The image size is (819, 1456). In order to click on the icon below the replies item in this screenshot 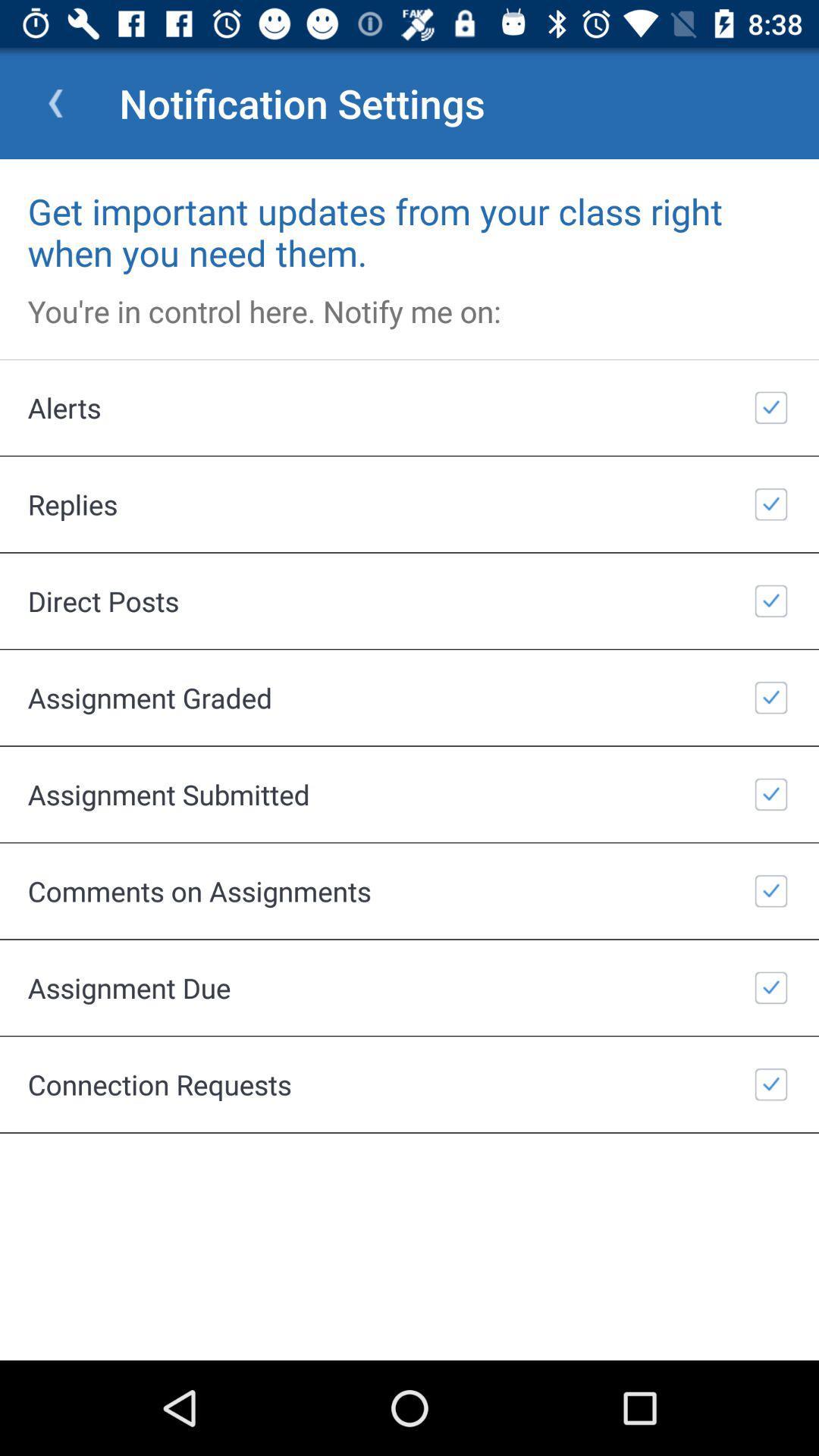, I will do `click(409, 600)`.